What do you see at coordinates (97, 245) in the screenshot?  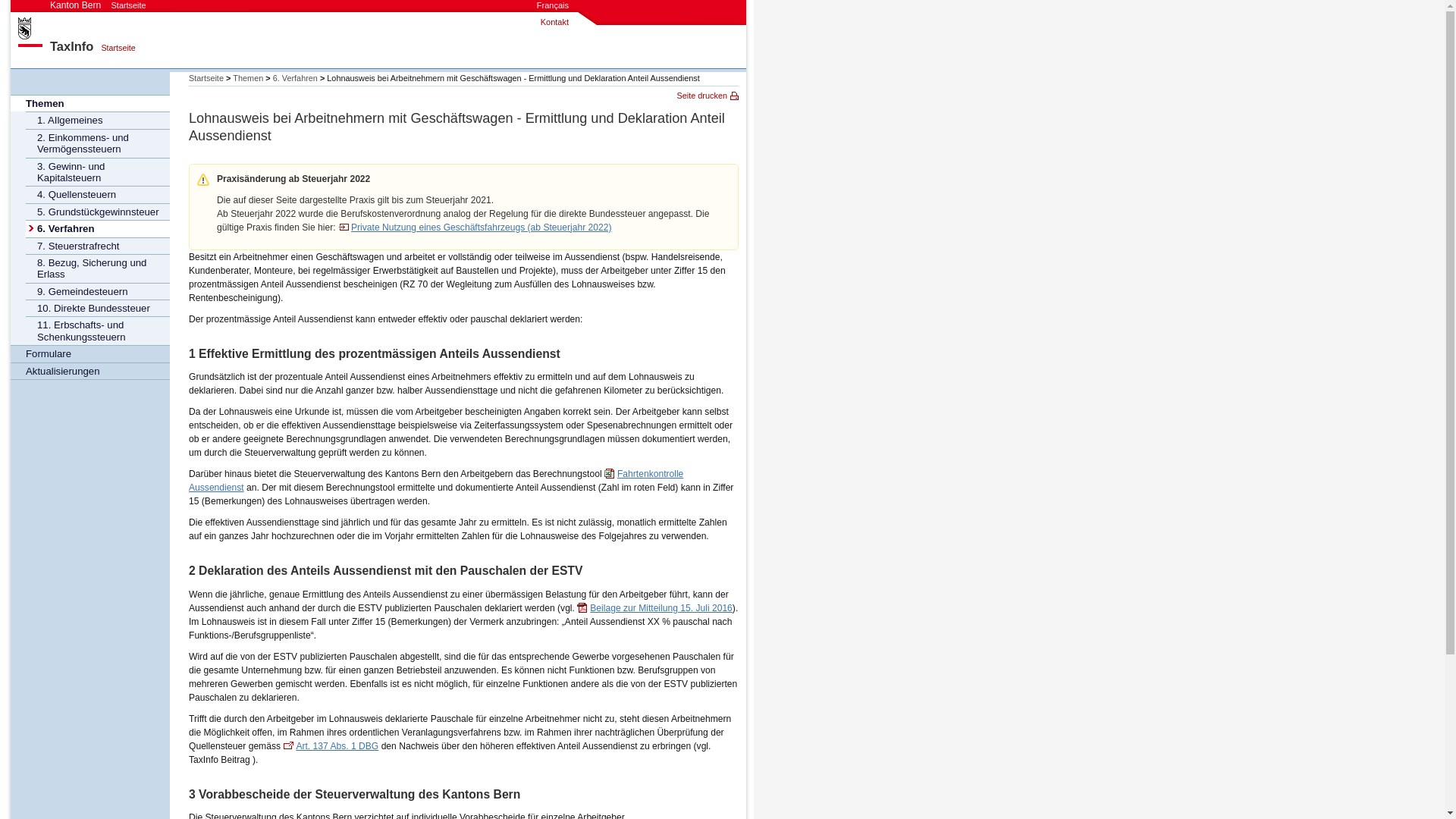 I see `'7. Steuerstrafrecht'` at bounding box center [97, 245].